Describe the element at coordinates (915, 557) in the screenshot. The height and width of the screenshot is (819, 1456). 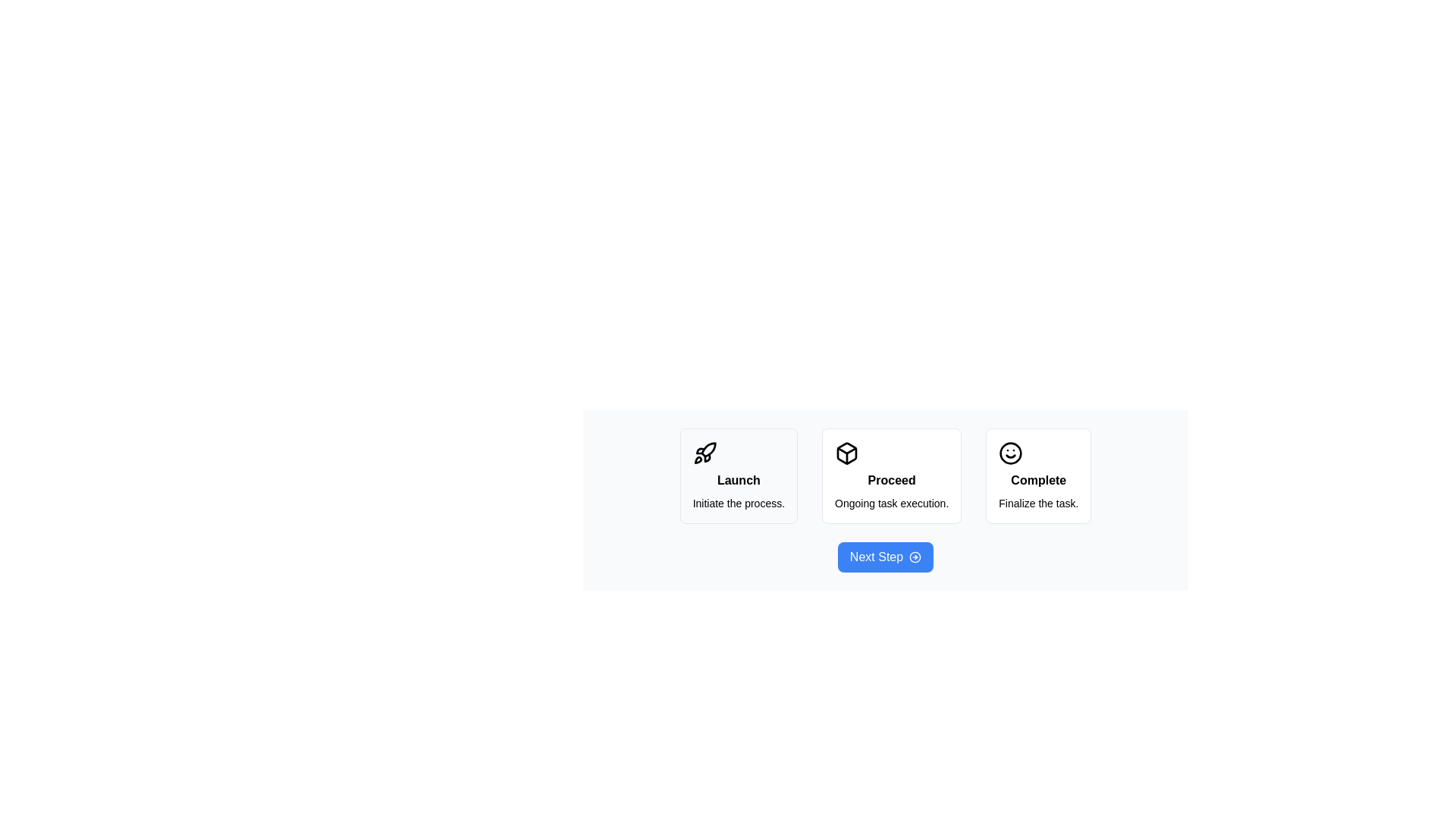
I see `the circular icon featuring a right-pointing arrow, which is located to the right of the 'Next Step' label within a blue button area` at that location.